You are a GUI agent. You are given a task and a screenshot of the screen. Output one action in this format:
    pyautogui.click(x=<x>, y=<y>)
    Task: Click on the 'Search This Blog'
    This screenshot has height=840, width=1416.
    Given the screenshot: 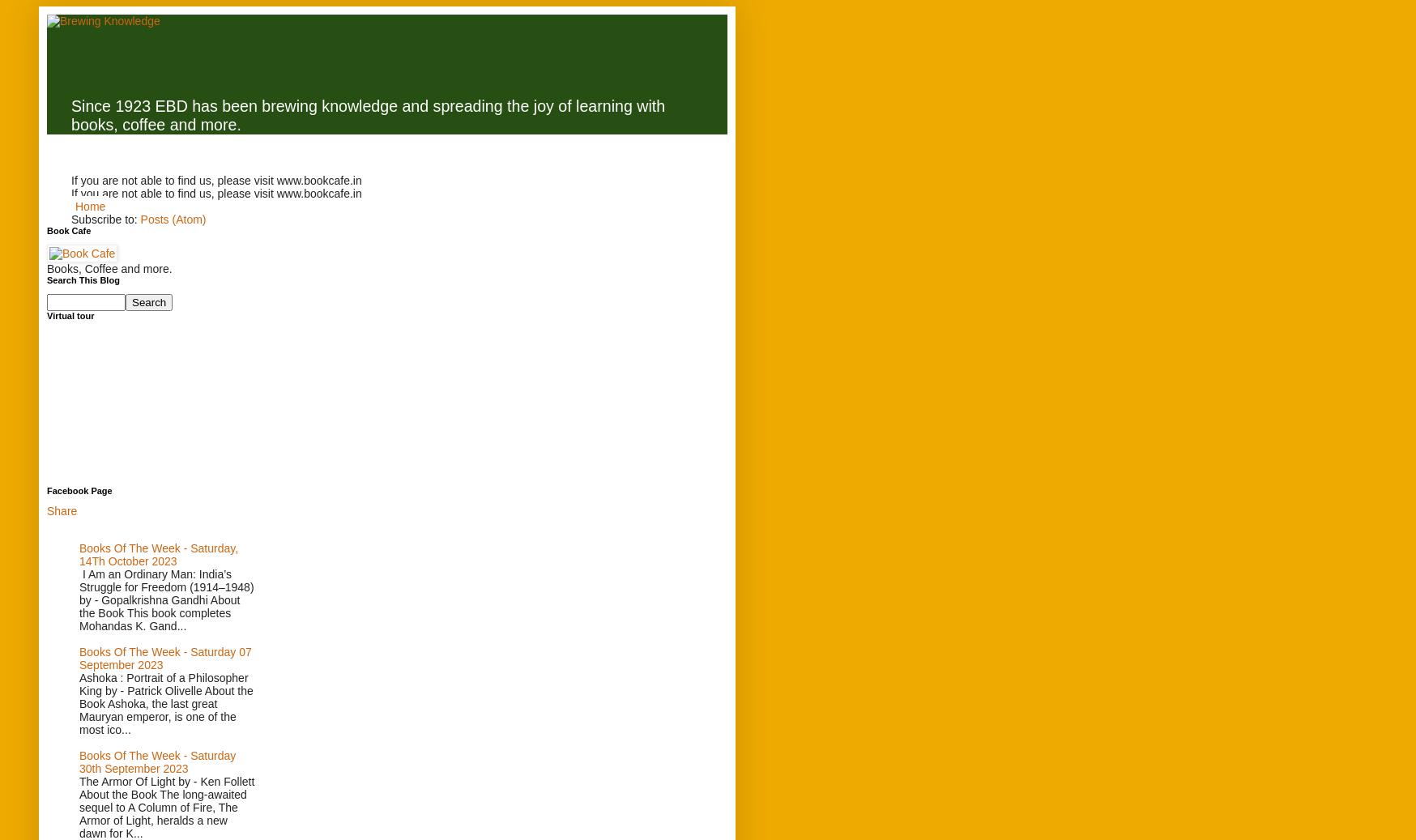 What is the action you would take?
    pyautogui.click(x=83, y=279)
    